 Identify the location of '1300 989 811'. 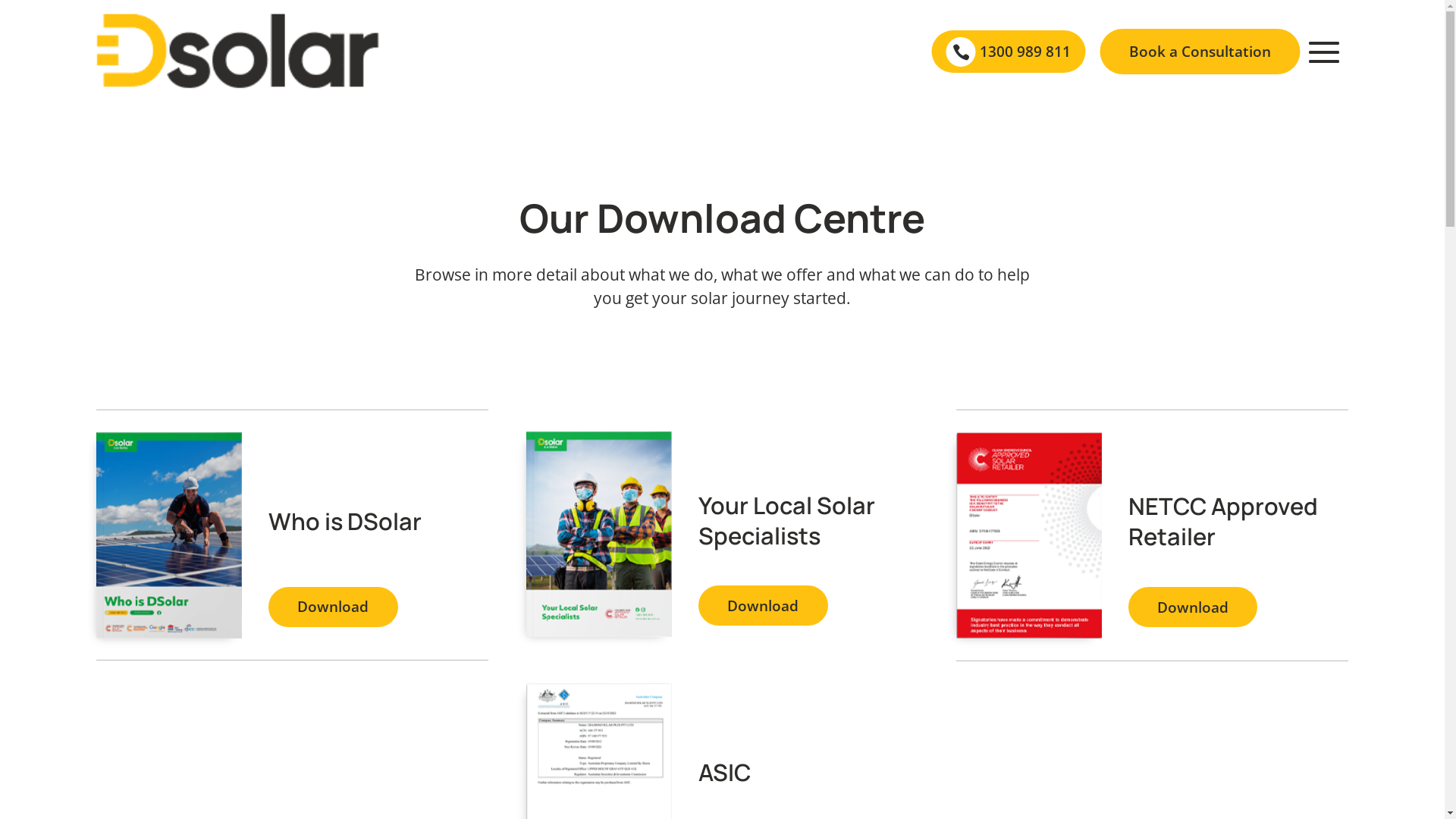
(1025, 50).